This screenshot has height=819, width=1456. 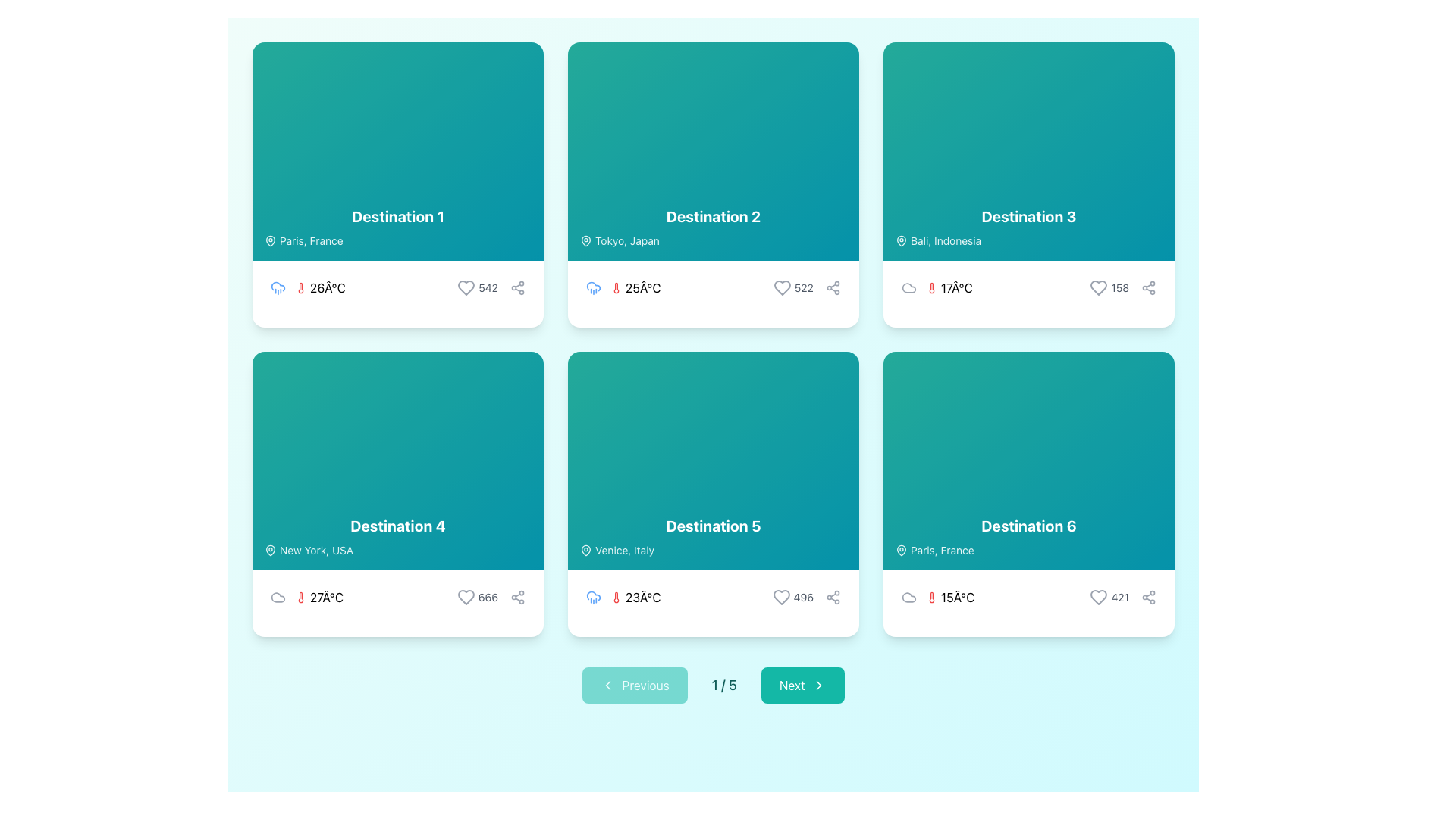 What do you see at coordinates (488, 288) in the screenshot?
I see `the label displaying the count of likes or favorites located in the bottom-right section of Destination 1 card, adjacent to the heart icon` at bounding box center [488, 288].